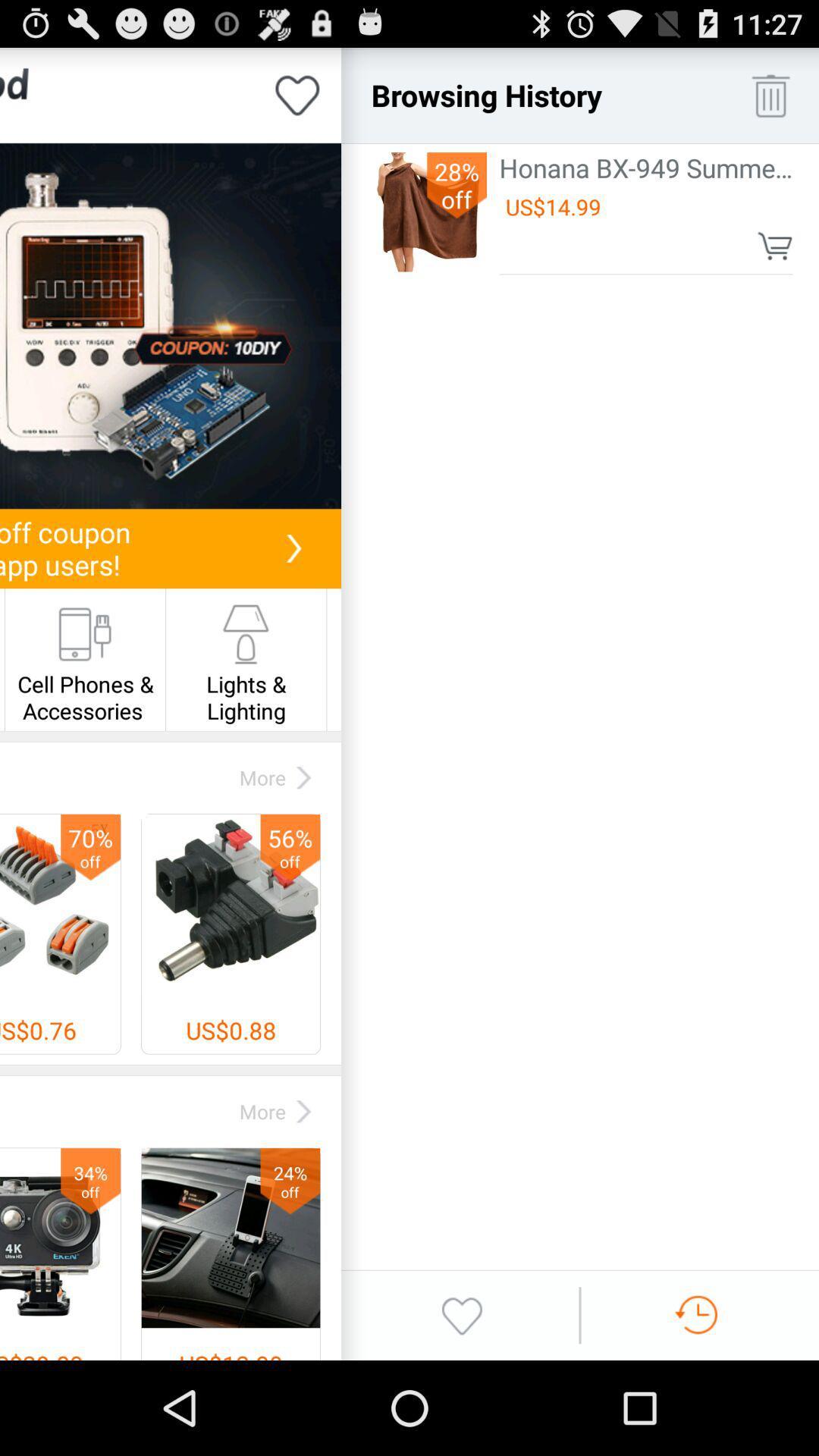  I want to click on the delete icon, so click(770, 101).